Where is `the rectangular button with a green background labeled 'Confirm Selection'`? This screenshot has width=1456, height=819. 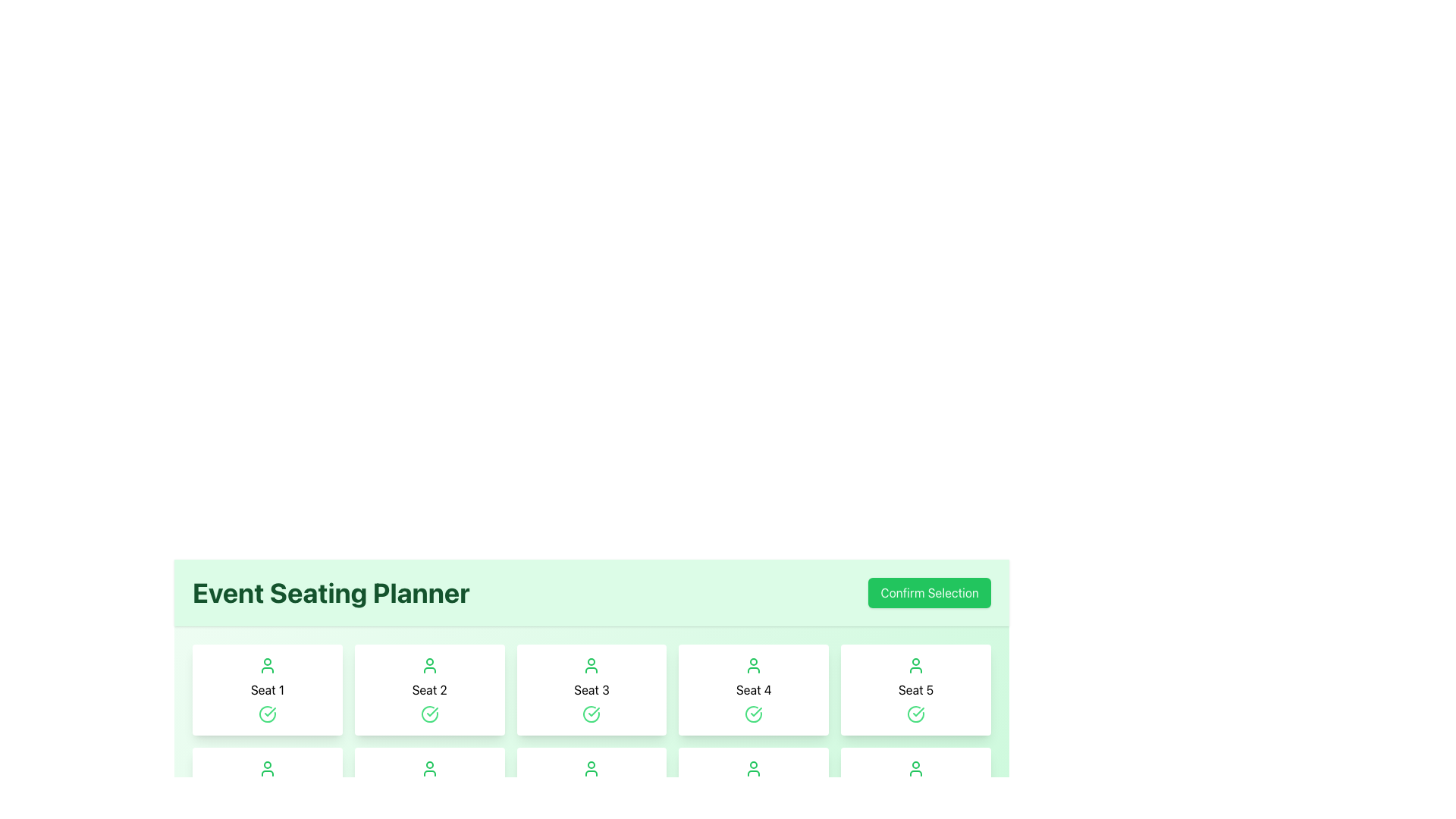 the rectangular button with a green background labeled 'Confirm Selection' is located at coordinates (929, 592).